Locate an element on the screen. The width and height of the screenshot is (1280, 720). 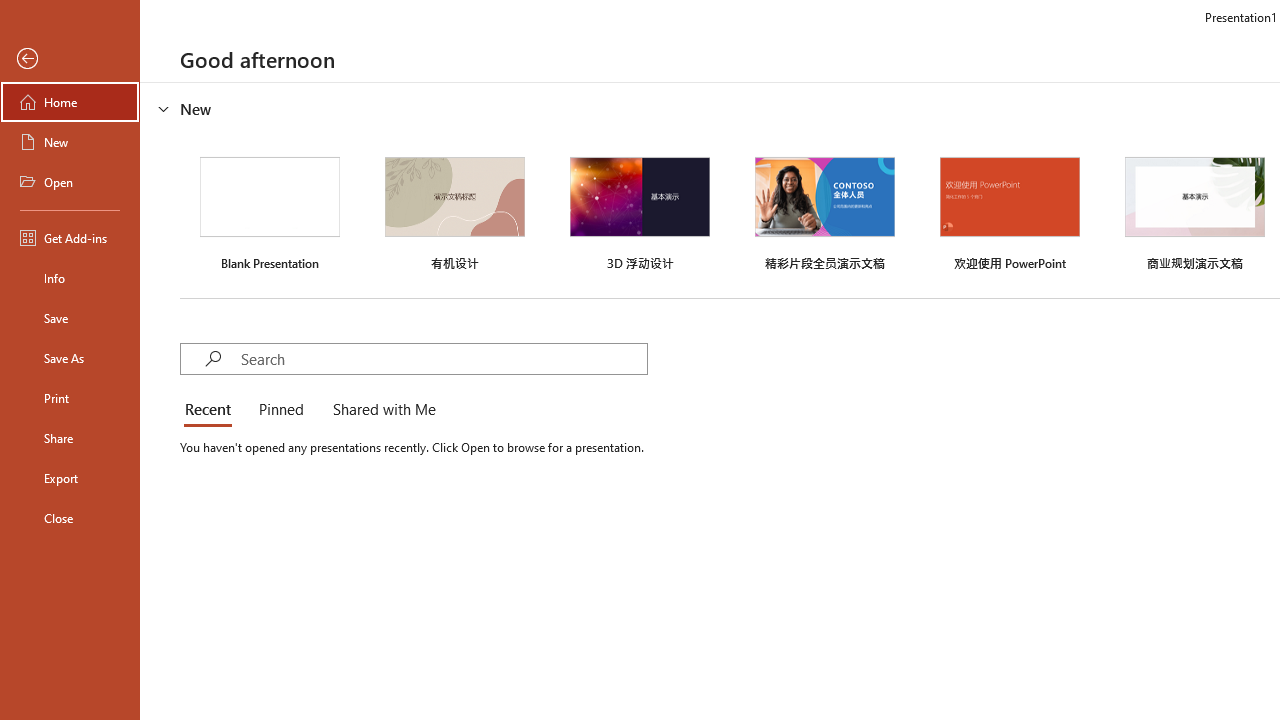
'Export' is located at coordinates (69, 478).